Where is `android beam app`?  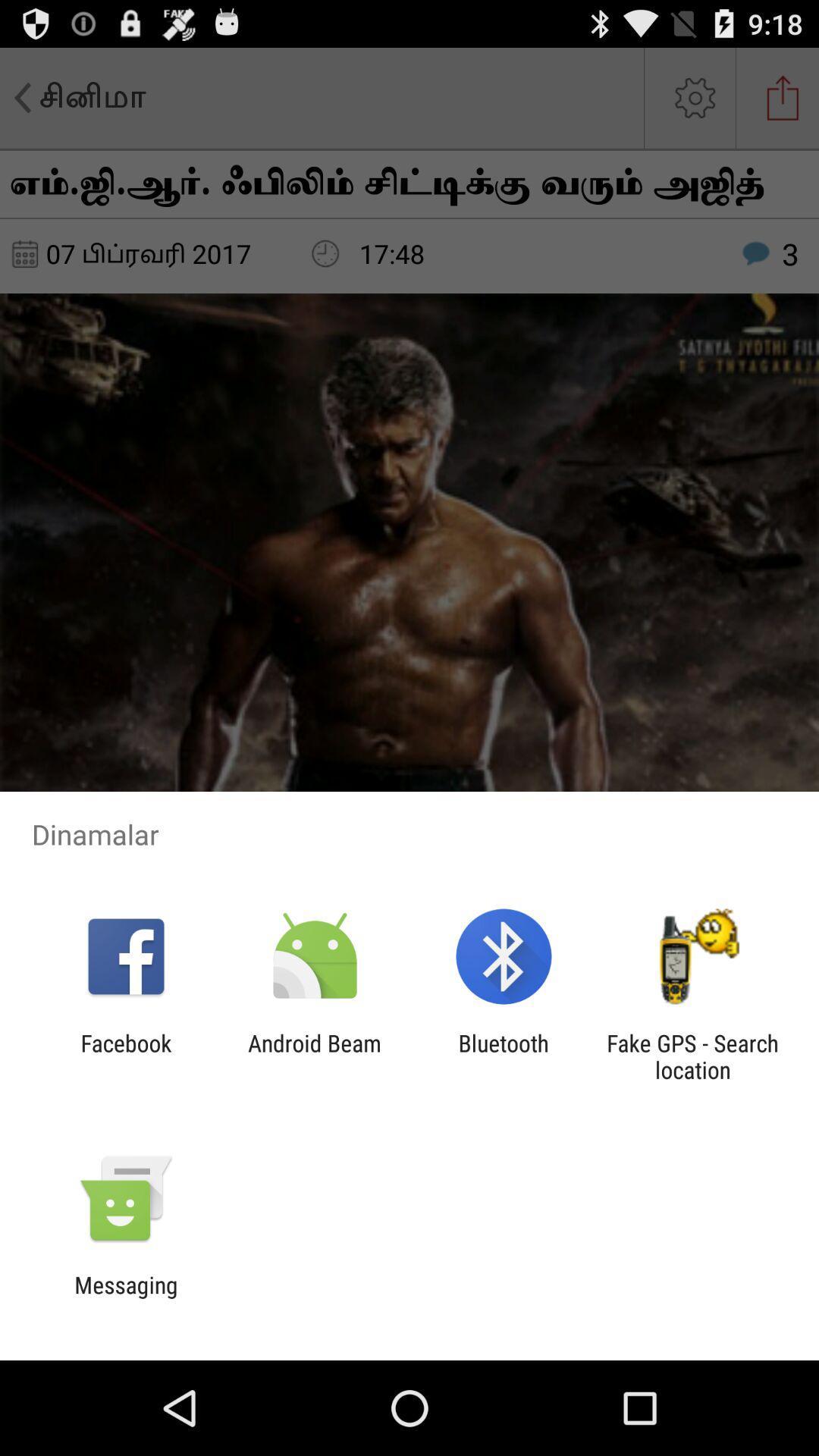 android beam app is located at coordinates (314, 1056).